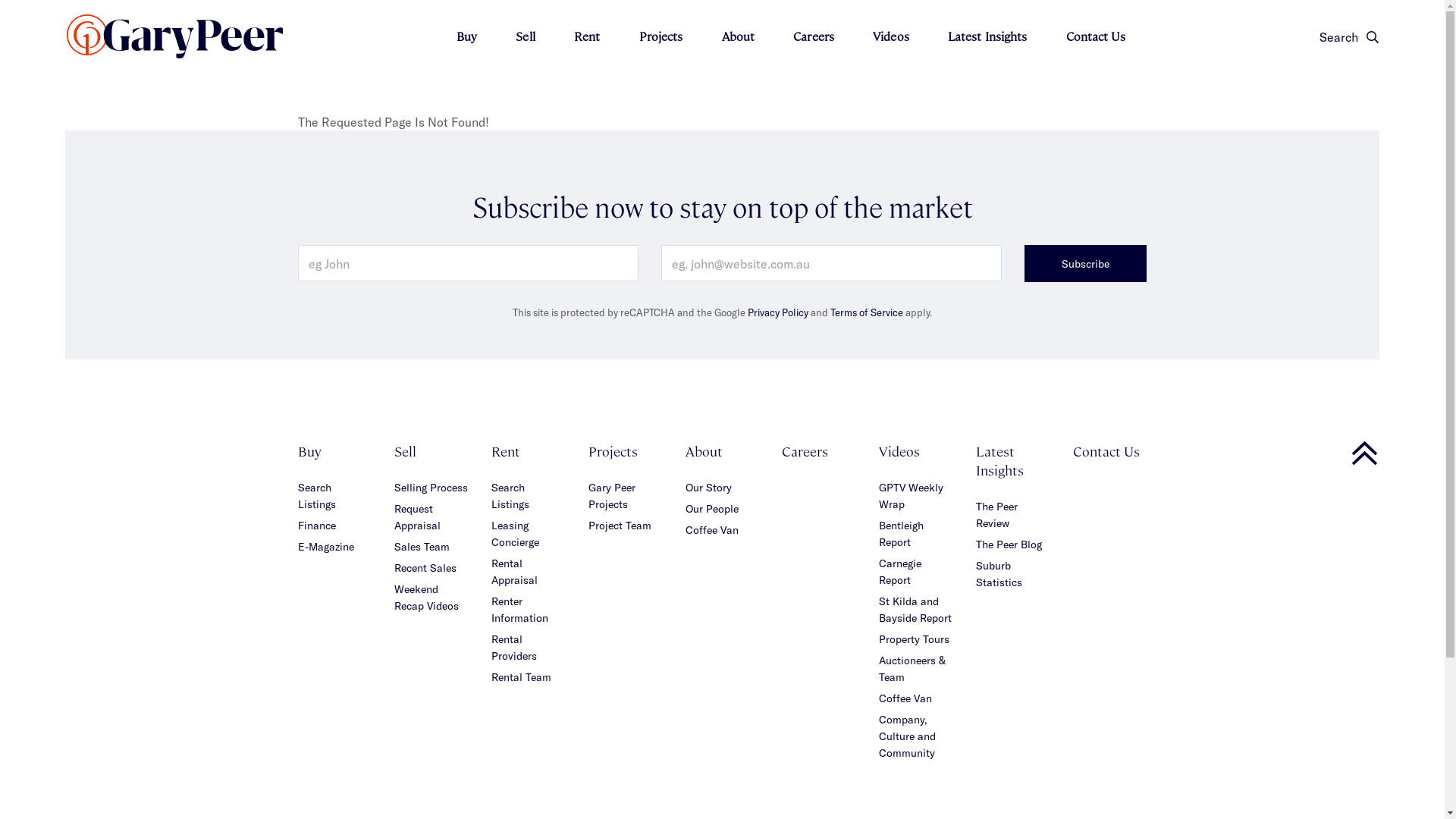 Image resolution: width=1456 pixels, height=819 pixels. Describe the element at coordinates (914, 608) in the screenshot. I see `'St Kilda and Bayside Report'` at that location.